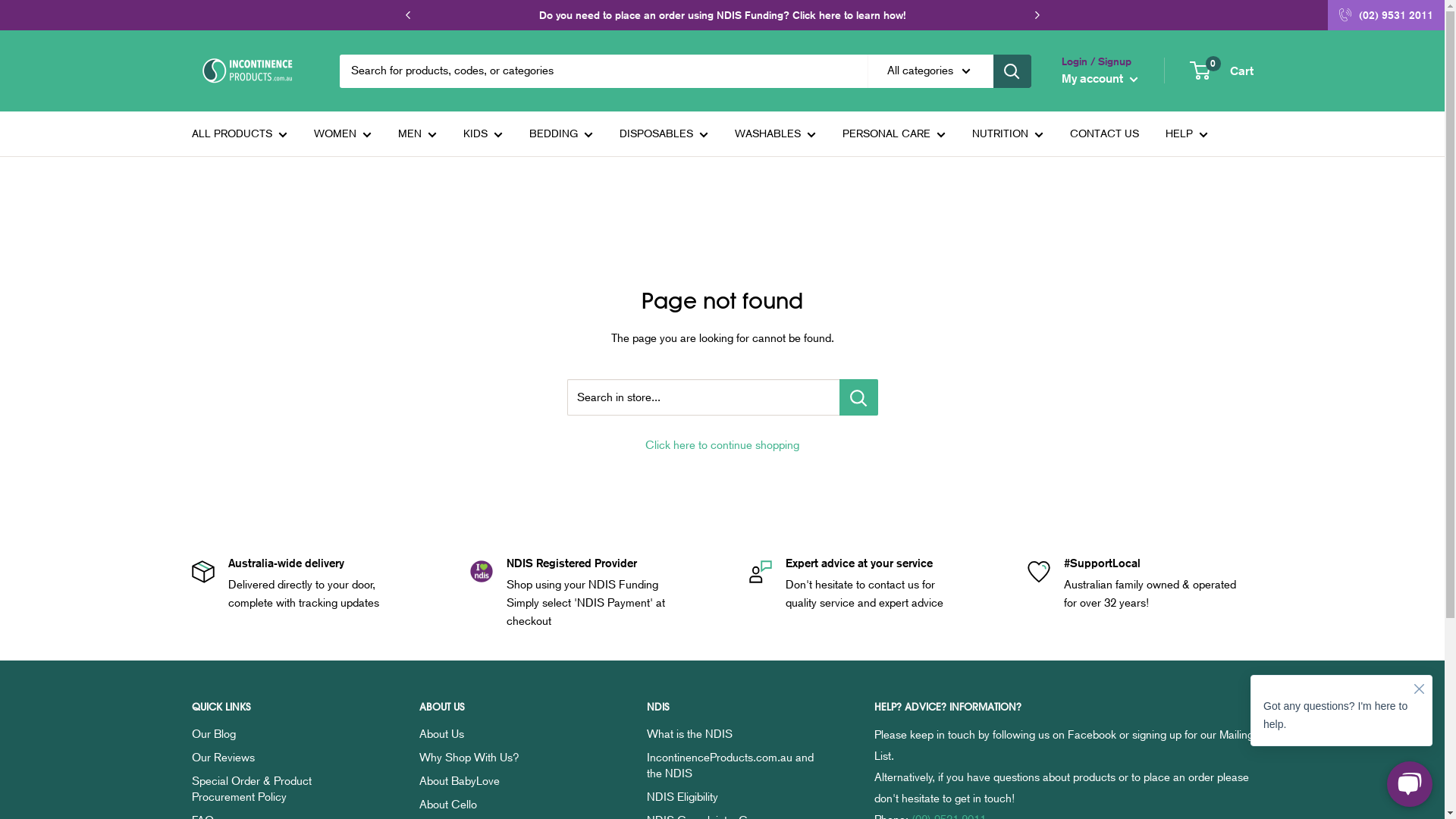 This screenshot has width=1456, height=819. Describe the element at coordinates (419, 780) in the screenshot. I see `'About BabyLove'` at that location.